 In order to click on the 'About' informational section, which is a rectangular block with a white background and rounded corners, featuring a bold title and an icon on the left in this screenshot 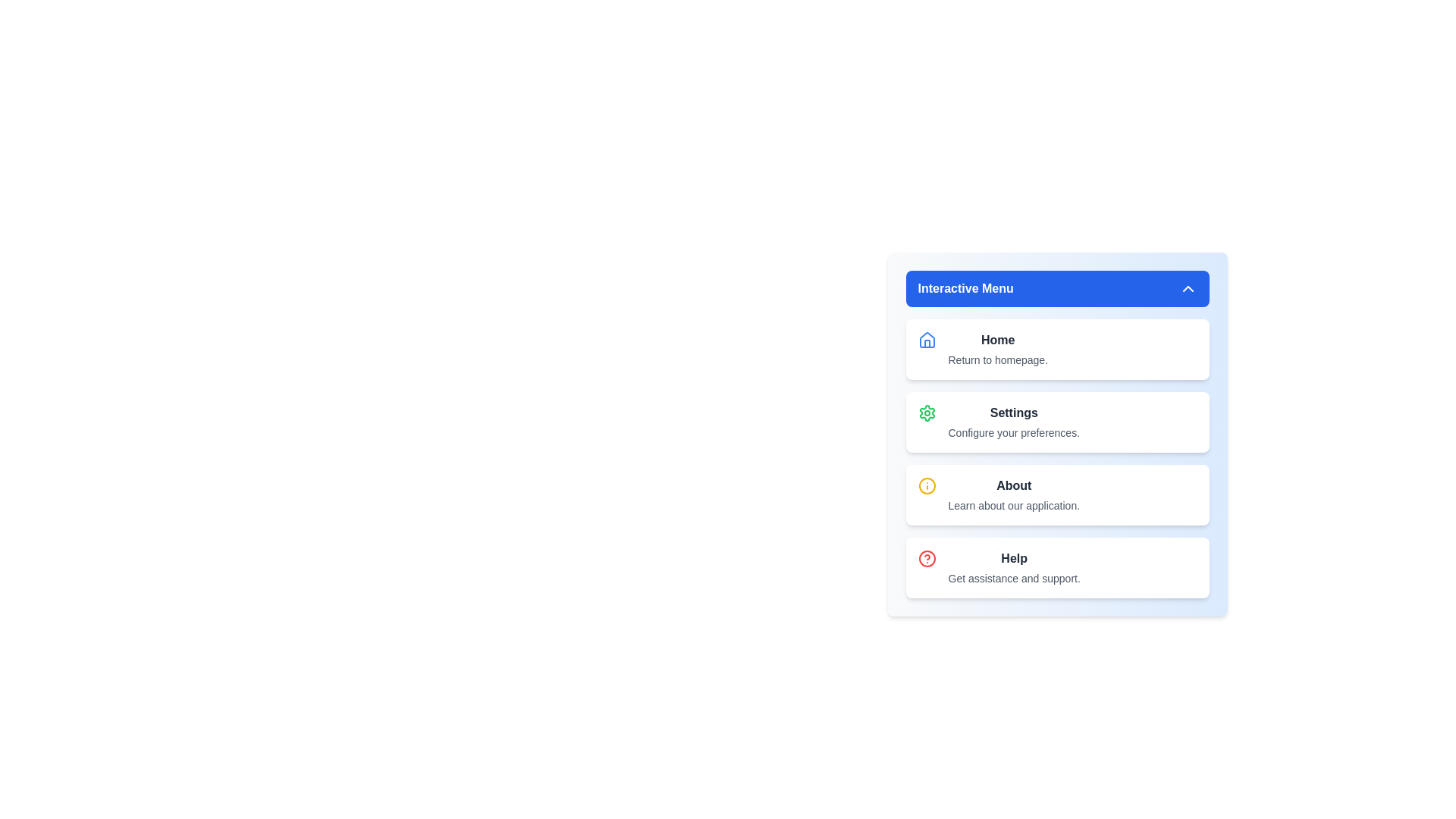, I will do `click(1056, 494)`.